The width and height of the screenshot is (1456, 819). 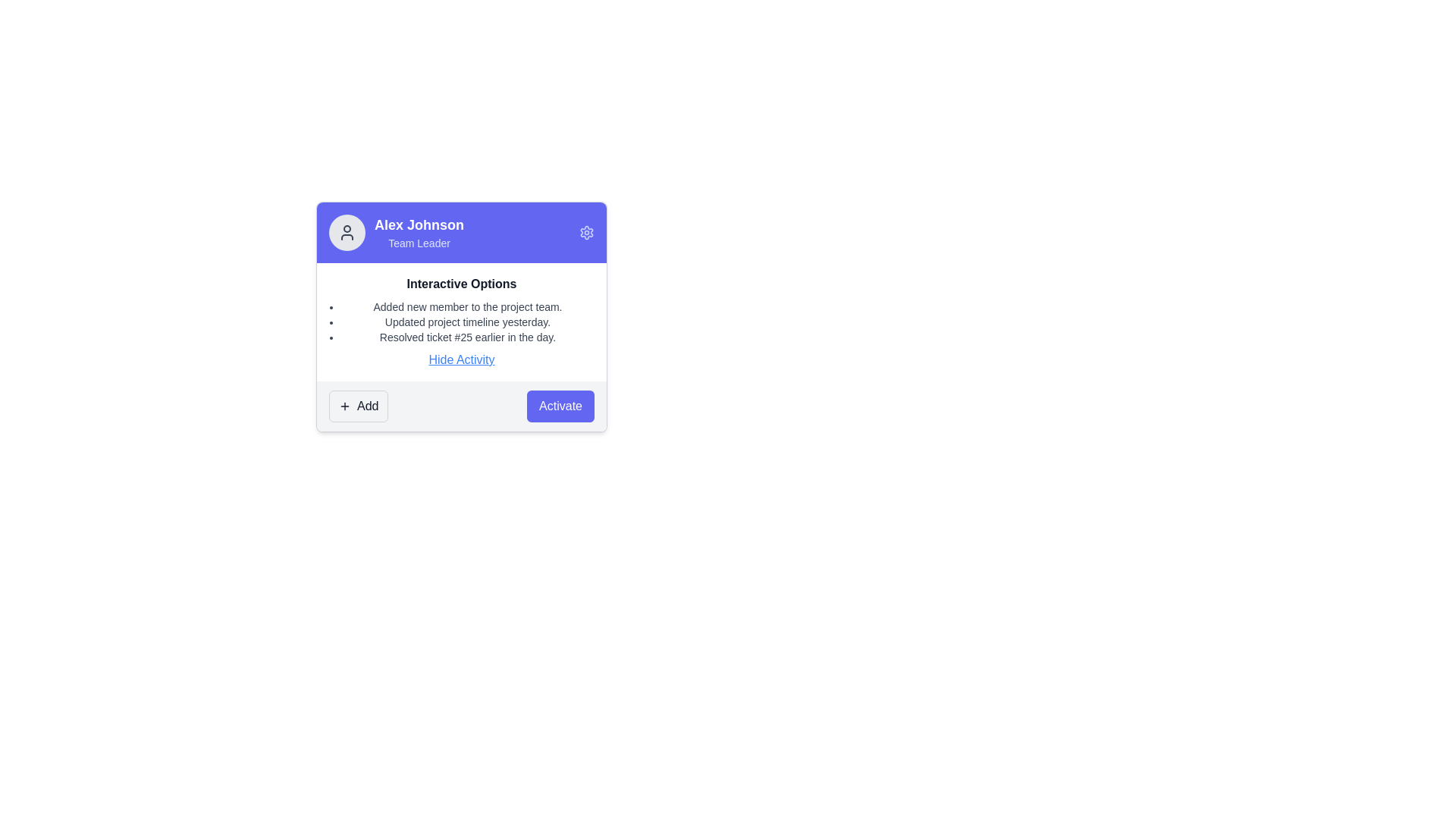 I want to click on text element stating 'Added new member to the project team.' which is the first item in the bulleted list under the 'Interactive Options' section of the user information card, so click(x=467, y=307).